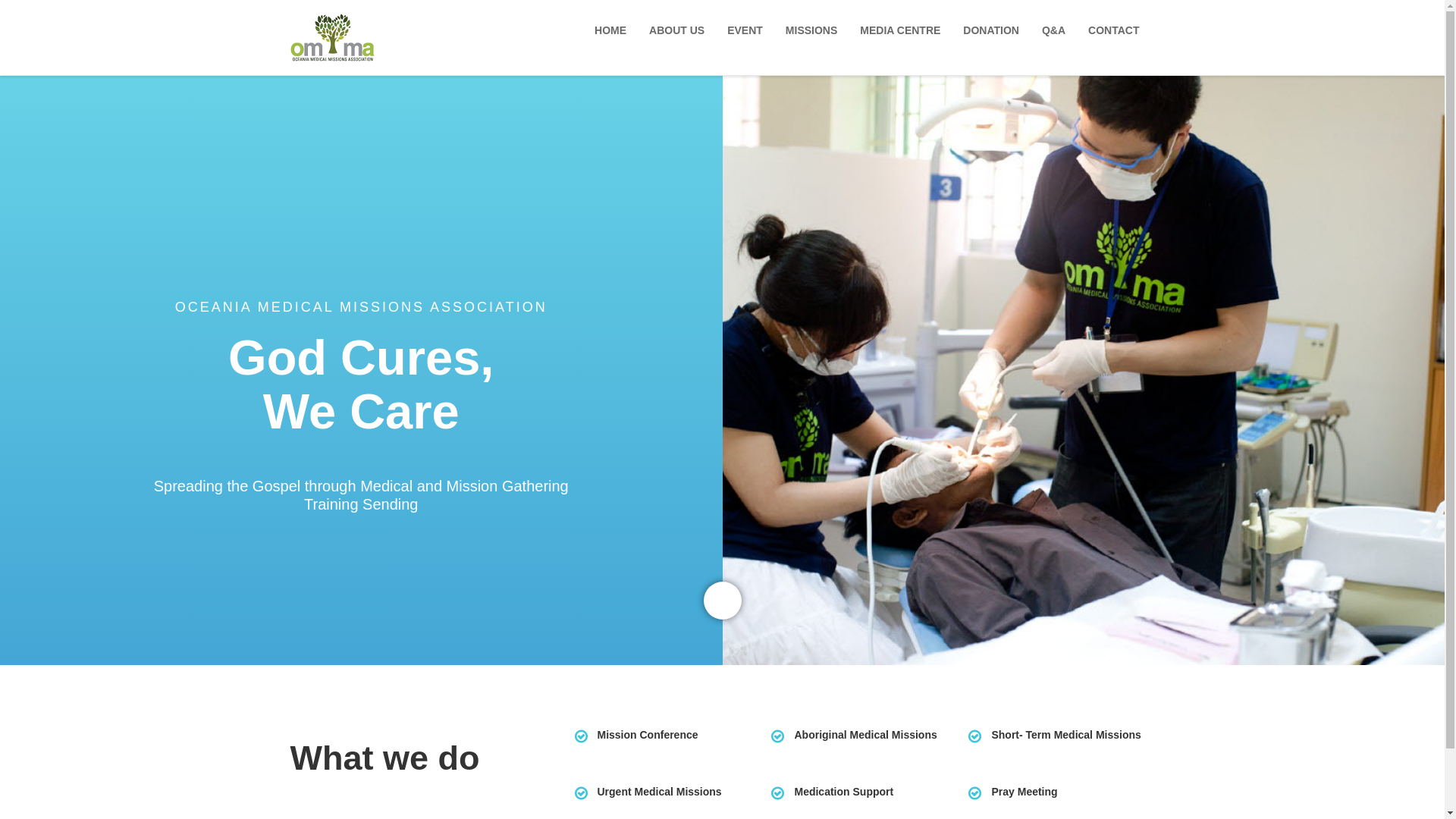 The height and width of the screenshot is (819, 1456). I want to click on 'EVENT', so click(748, 30).